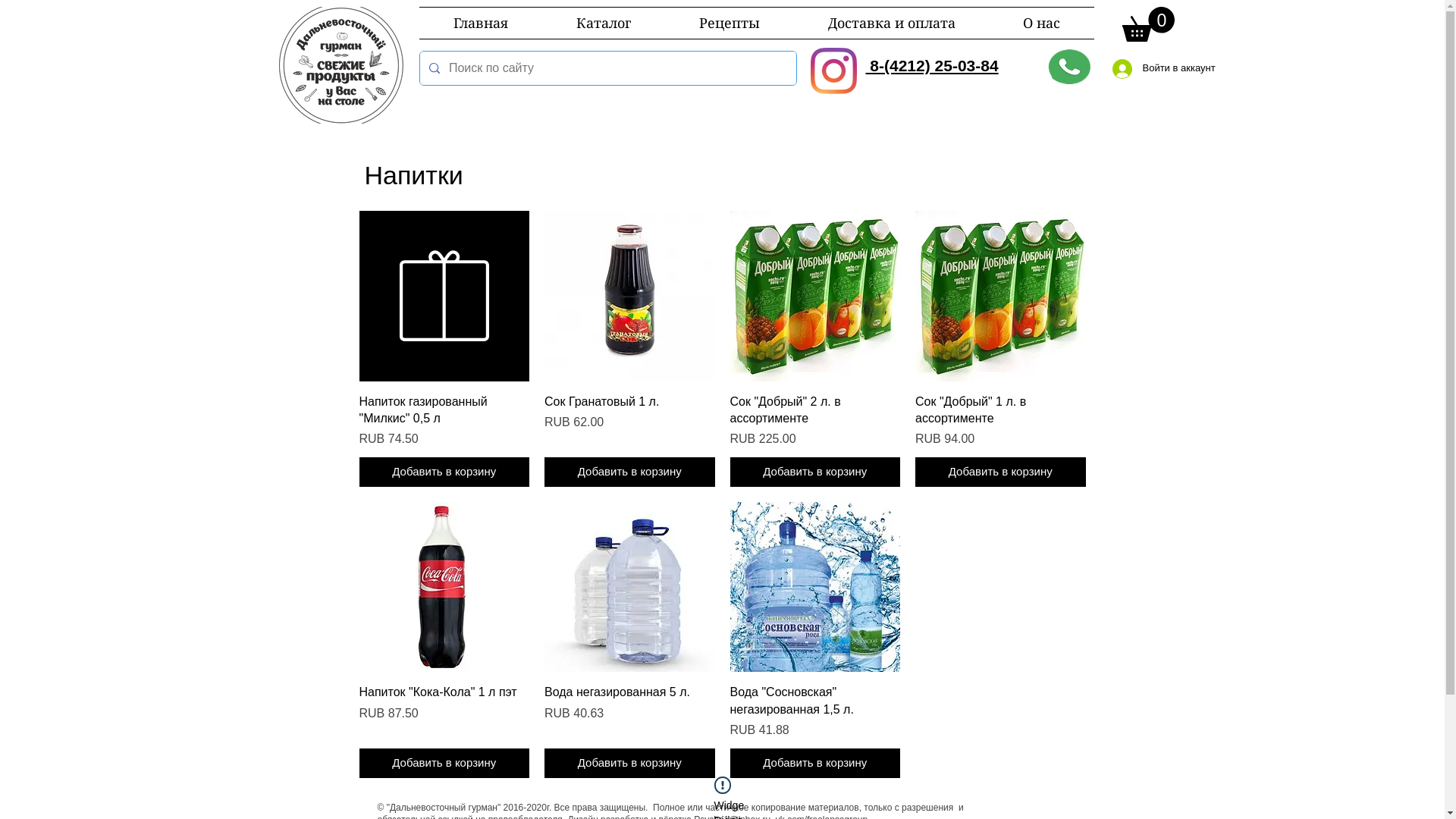  What do you see at coordinates (1148, 24) in the screenshot?
I see `'0'` at bounding box center [1148, 24].